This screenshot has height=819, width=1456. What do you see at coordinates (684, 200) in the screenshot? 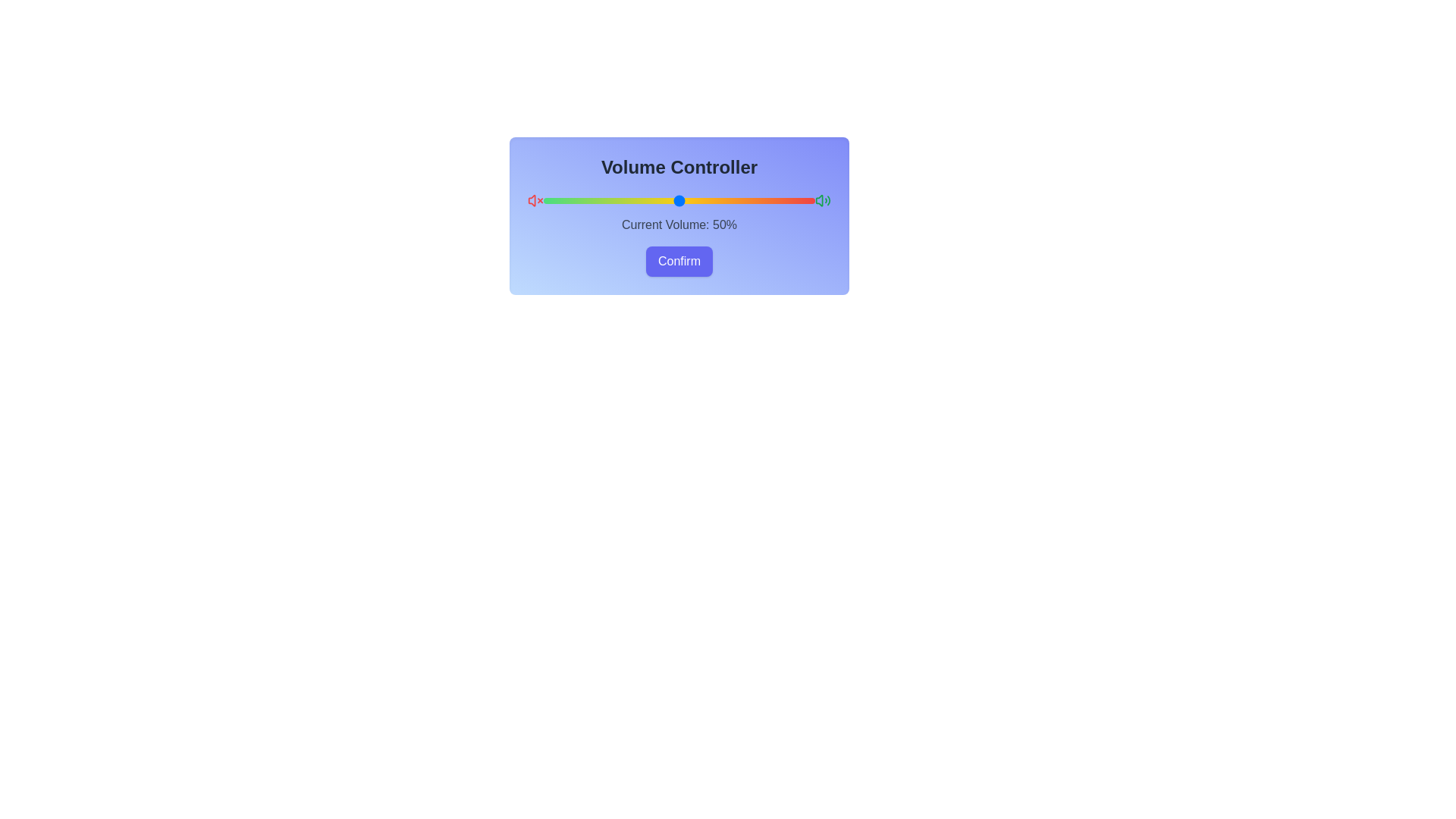
I see `the volume slider to set the volume to 52%` at bounding box center [684, 200].